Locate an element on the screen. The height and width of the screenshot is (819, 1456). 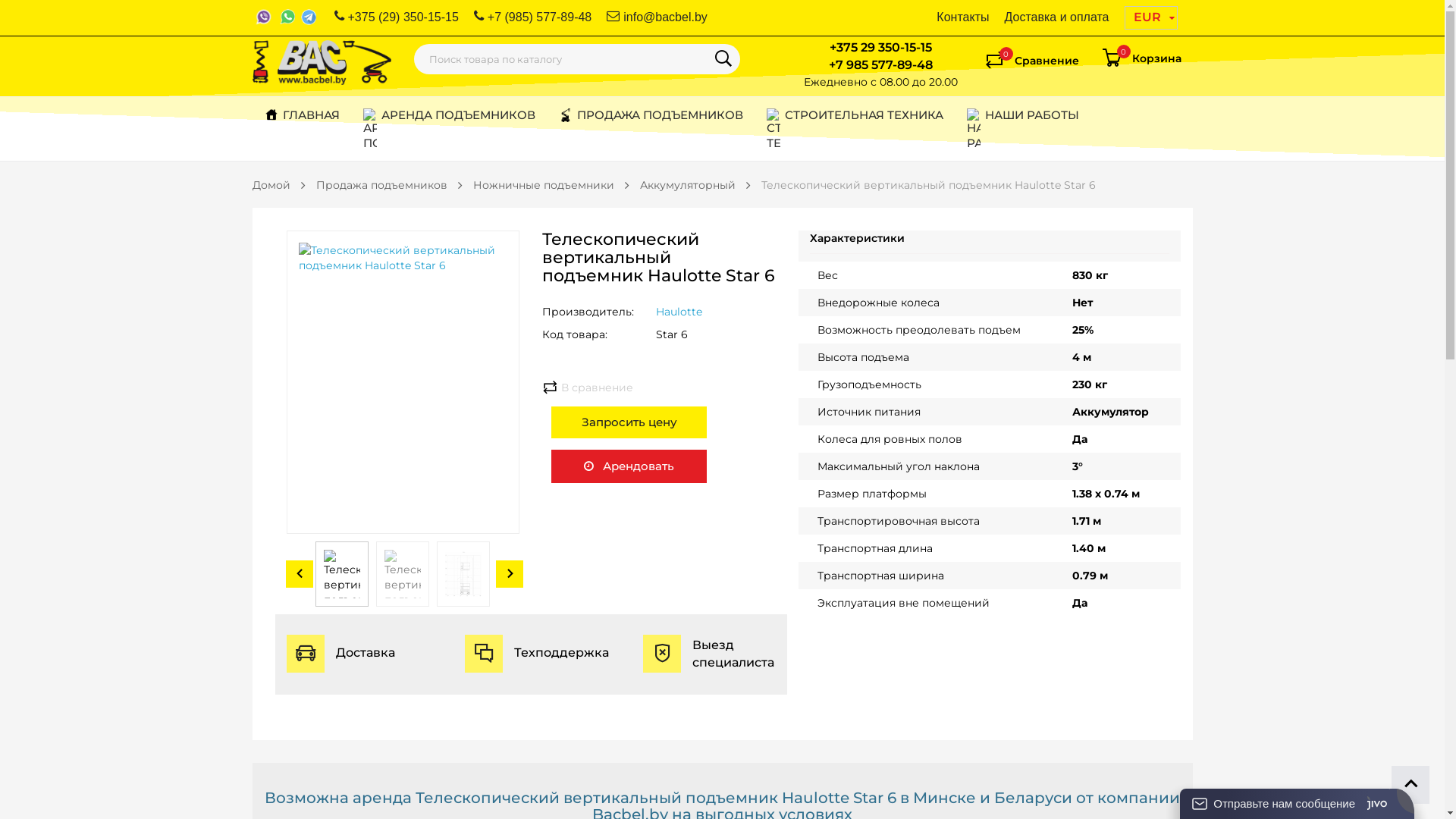
'Viber' is located at coordinates (263, 17).